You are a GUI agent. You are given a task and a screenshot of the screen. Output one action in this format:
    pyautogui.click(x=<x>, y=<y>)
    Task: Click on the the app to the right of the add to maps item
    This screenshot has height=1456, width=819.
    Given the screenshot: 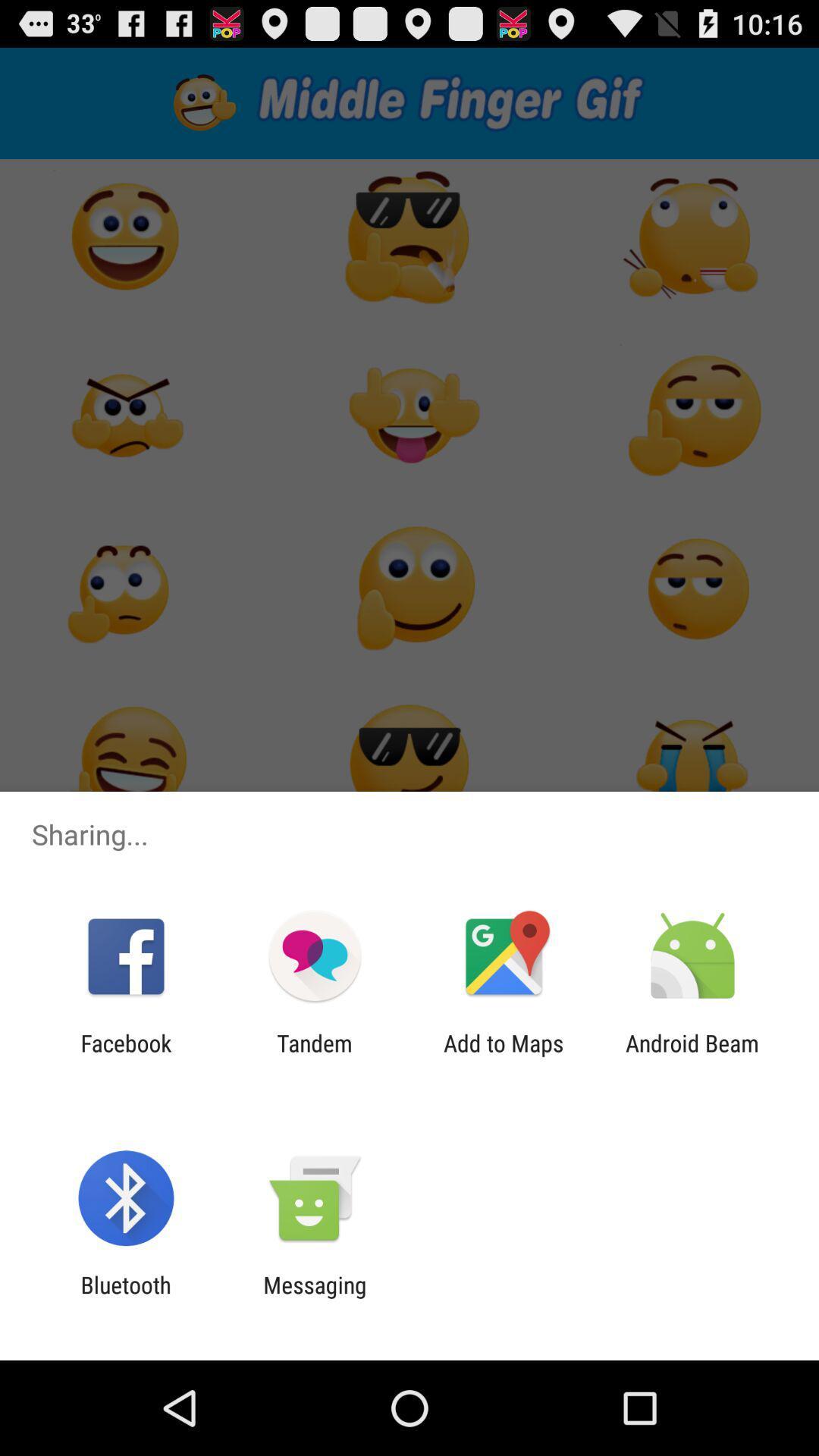 What is the action you would take?
    pyautogui.click(x=692, y=1056)
    